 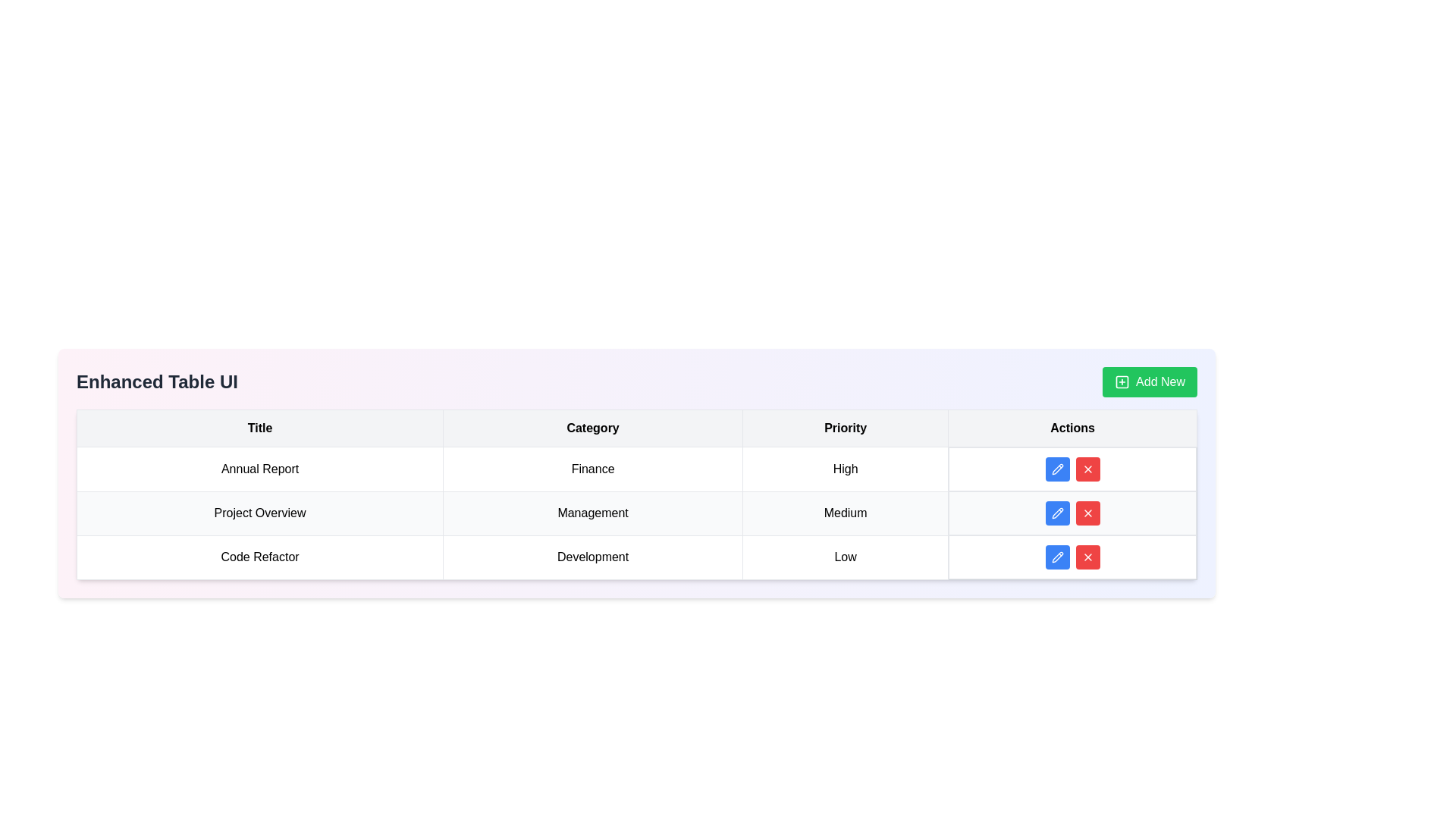 I want to click on the title label of the record in the first cell of the first data row under the 'Title' column in the table, so click(x=260, y=468).